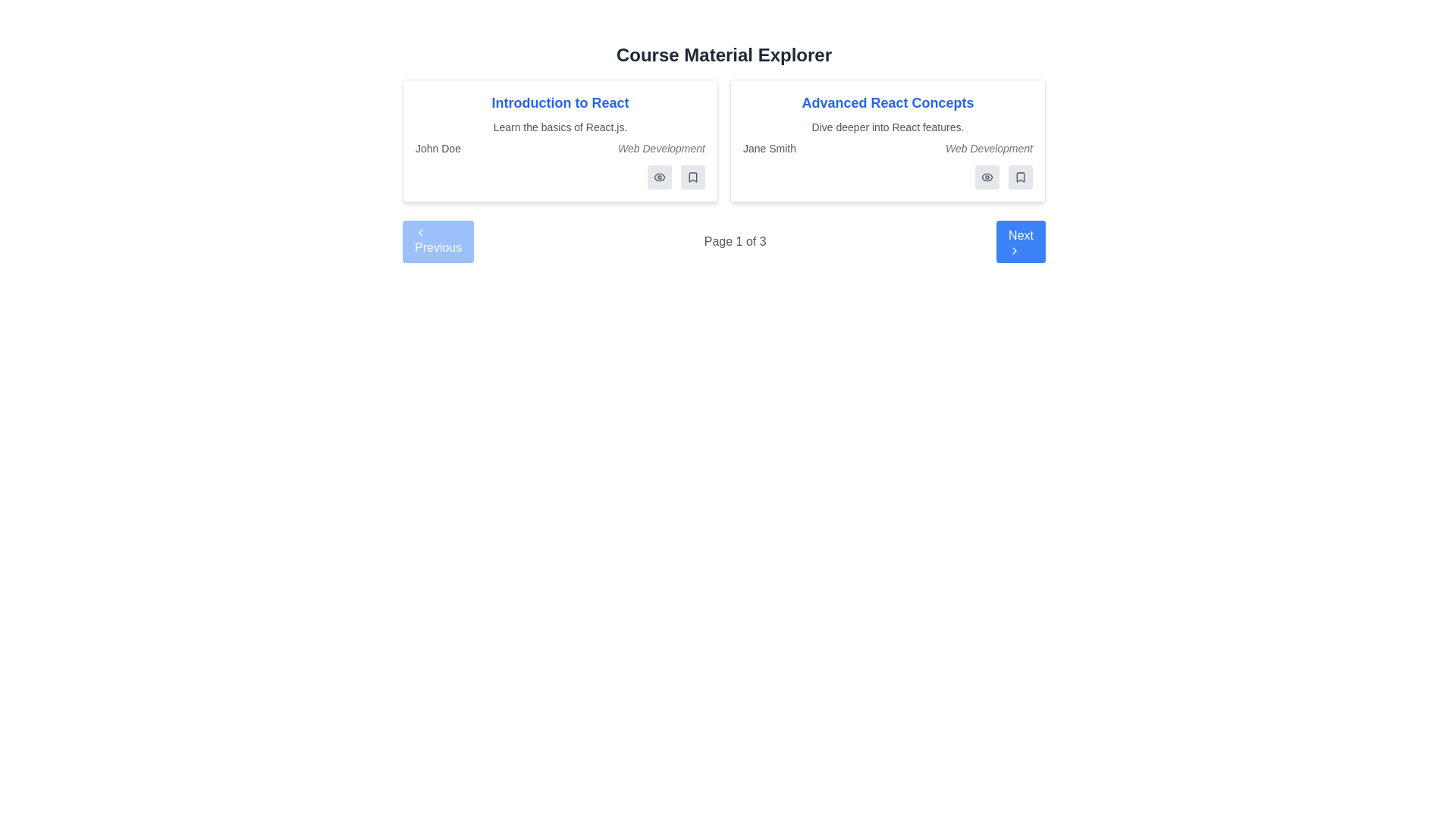 The height and width of the screenshot is (819, 1456). What do you see at coordinates (1020, 177) in the screenshot?
I see `the bookmark icon button located in the card labeled 'Advanced React Concepts' under 'Jane Smith' to bookmark` at bounding box center [1020, 177].